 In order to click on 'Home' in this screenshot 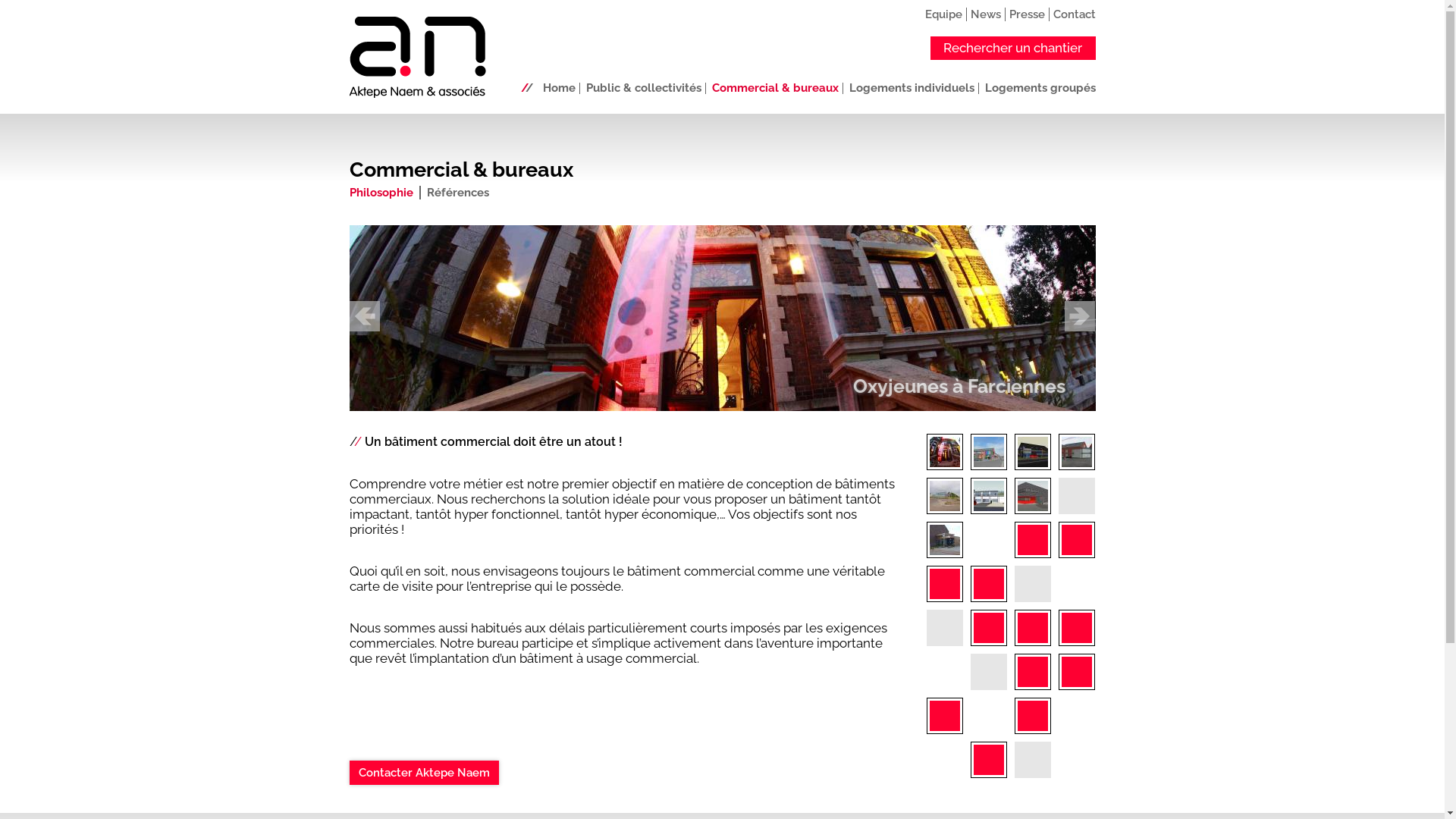, I will do `click(558, 87)`.